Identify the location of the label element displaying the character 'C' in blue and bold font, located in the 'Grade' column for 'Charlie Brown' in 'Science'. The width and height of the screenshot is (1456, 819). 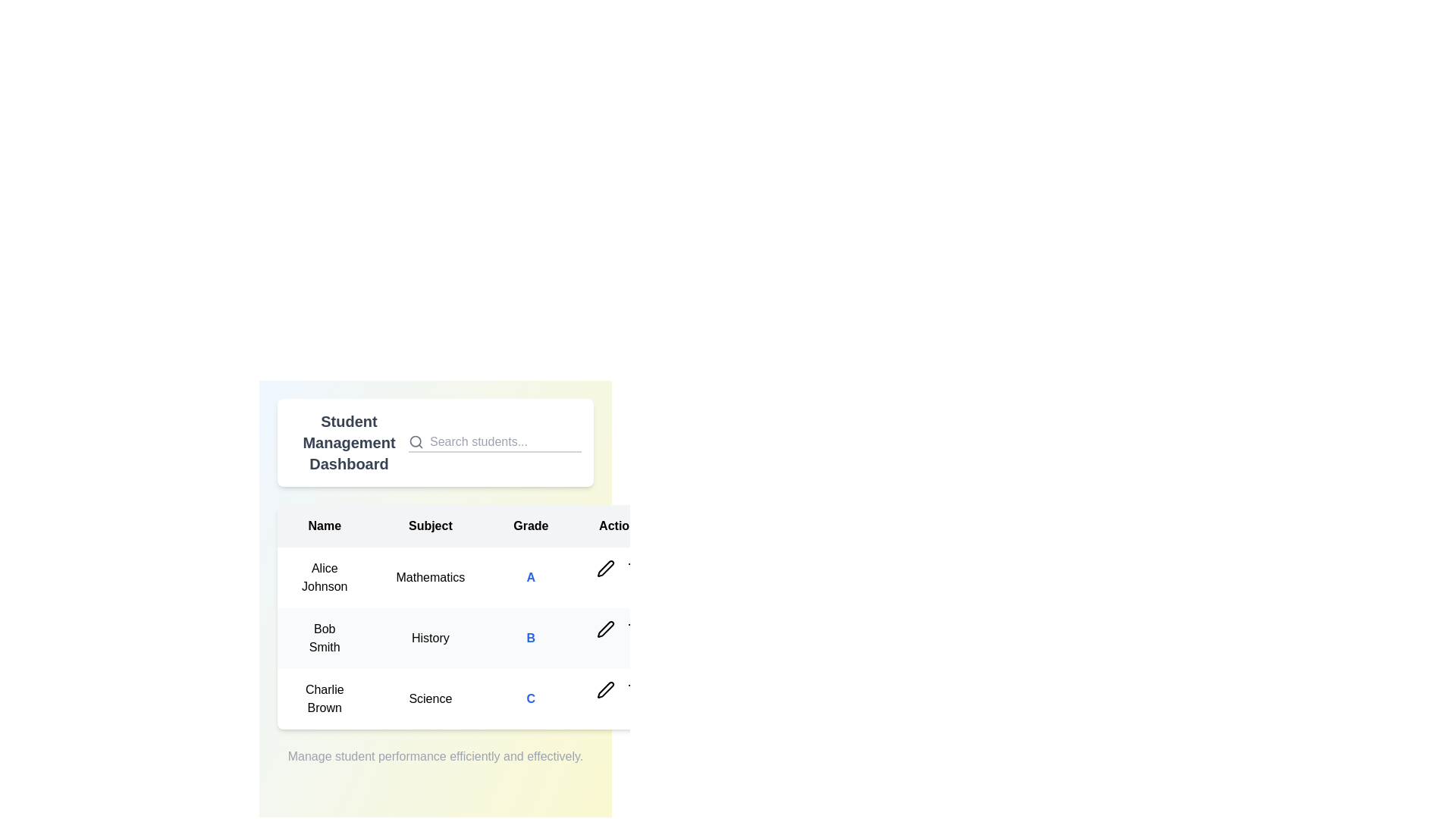
(531, 698).